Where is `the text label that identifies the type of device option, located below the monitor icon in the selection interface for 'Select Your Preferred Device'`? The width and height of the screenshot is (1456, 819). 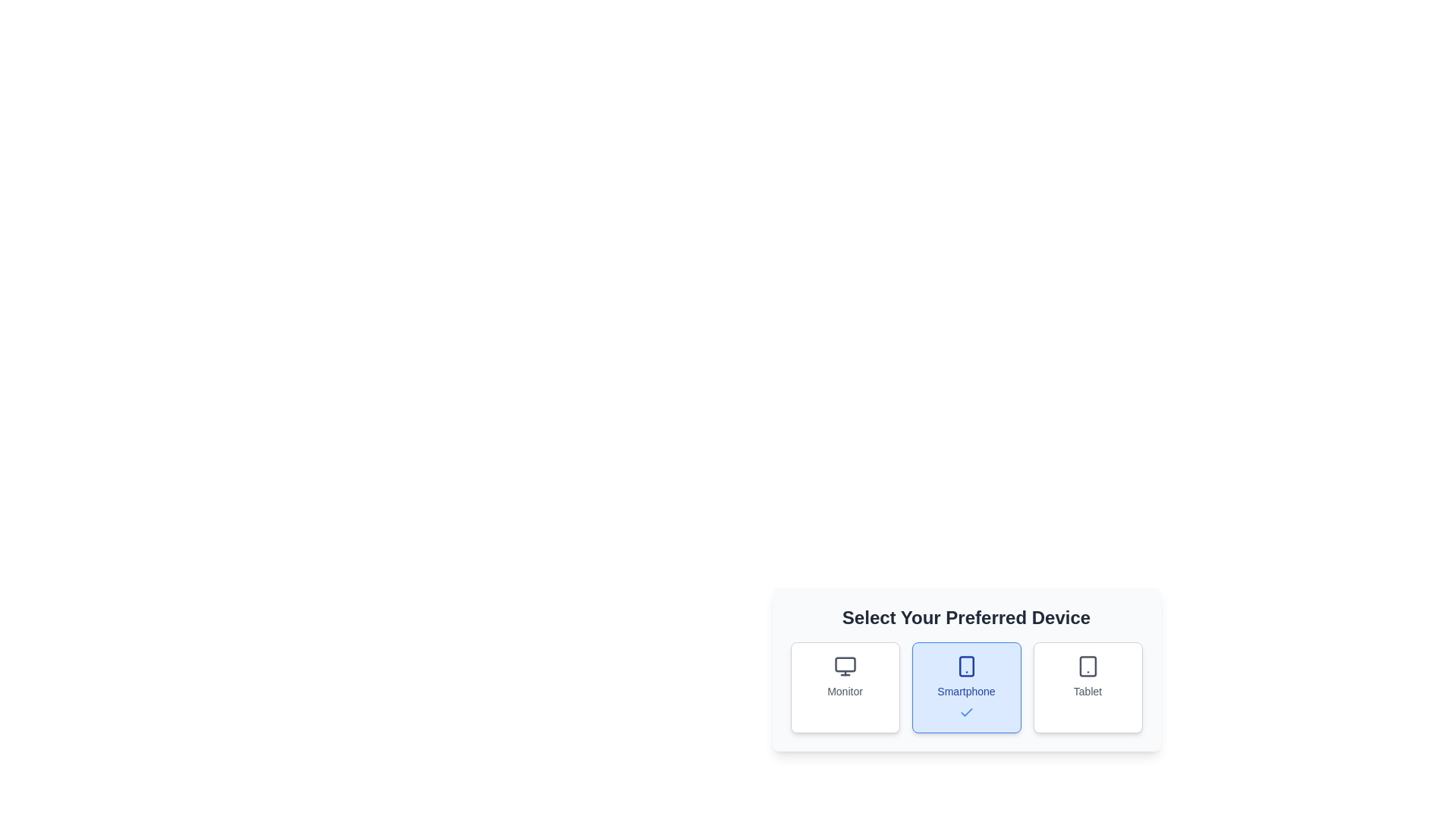
the text label that identifies the type of device option, located below the monitor icon in the selection interface for 'Select Your Preferred Device' is located at coordinates (844, 691).